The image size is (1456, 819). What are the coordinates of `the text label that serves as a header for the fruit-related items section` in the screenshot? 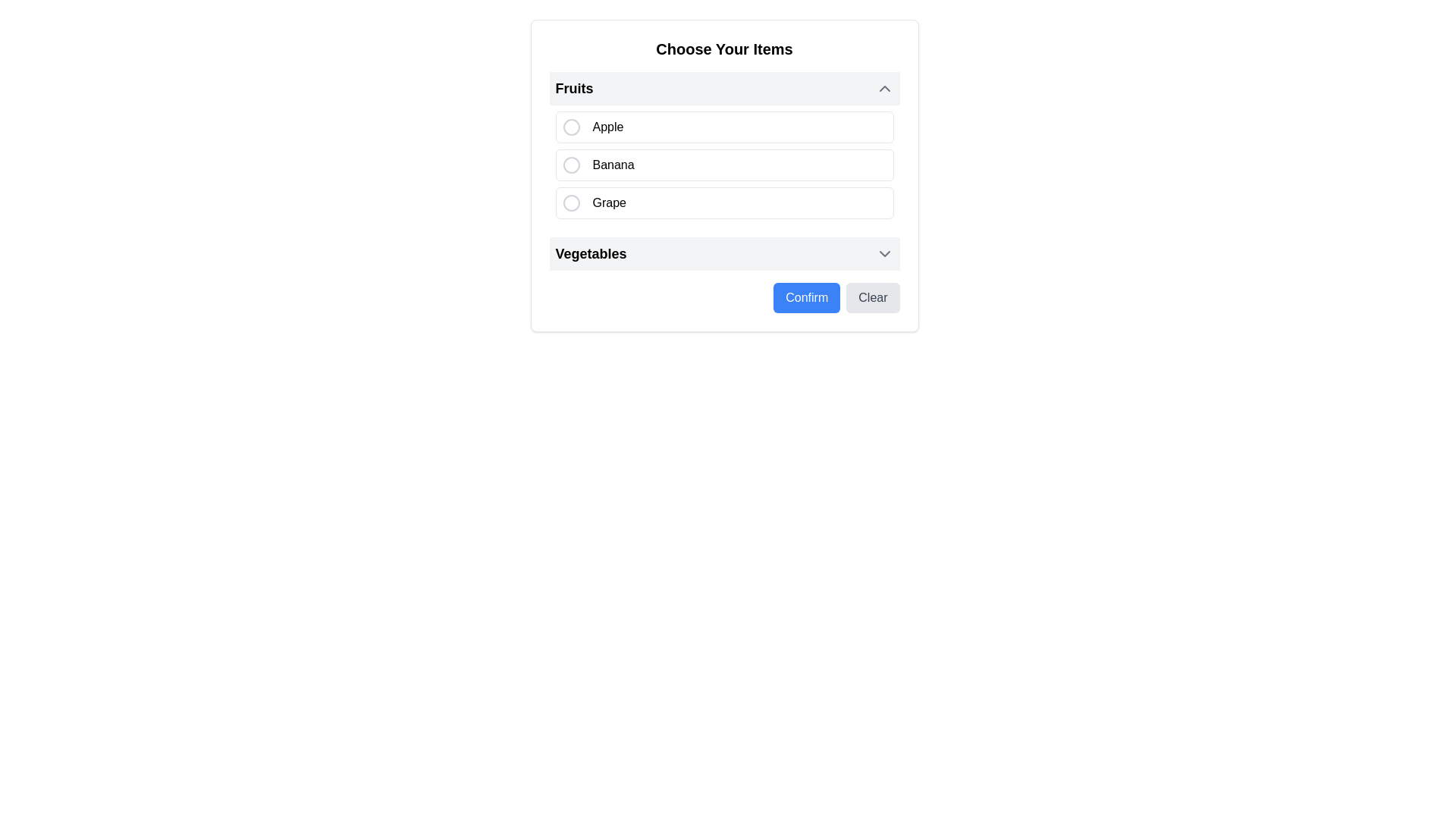 It's located at (573, 88).